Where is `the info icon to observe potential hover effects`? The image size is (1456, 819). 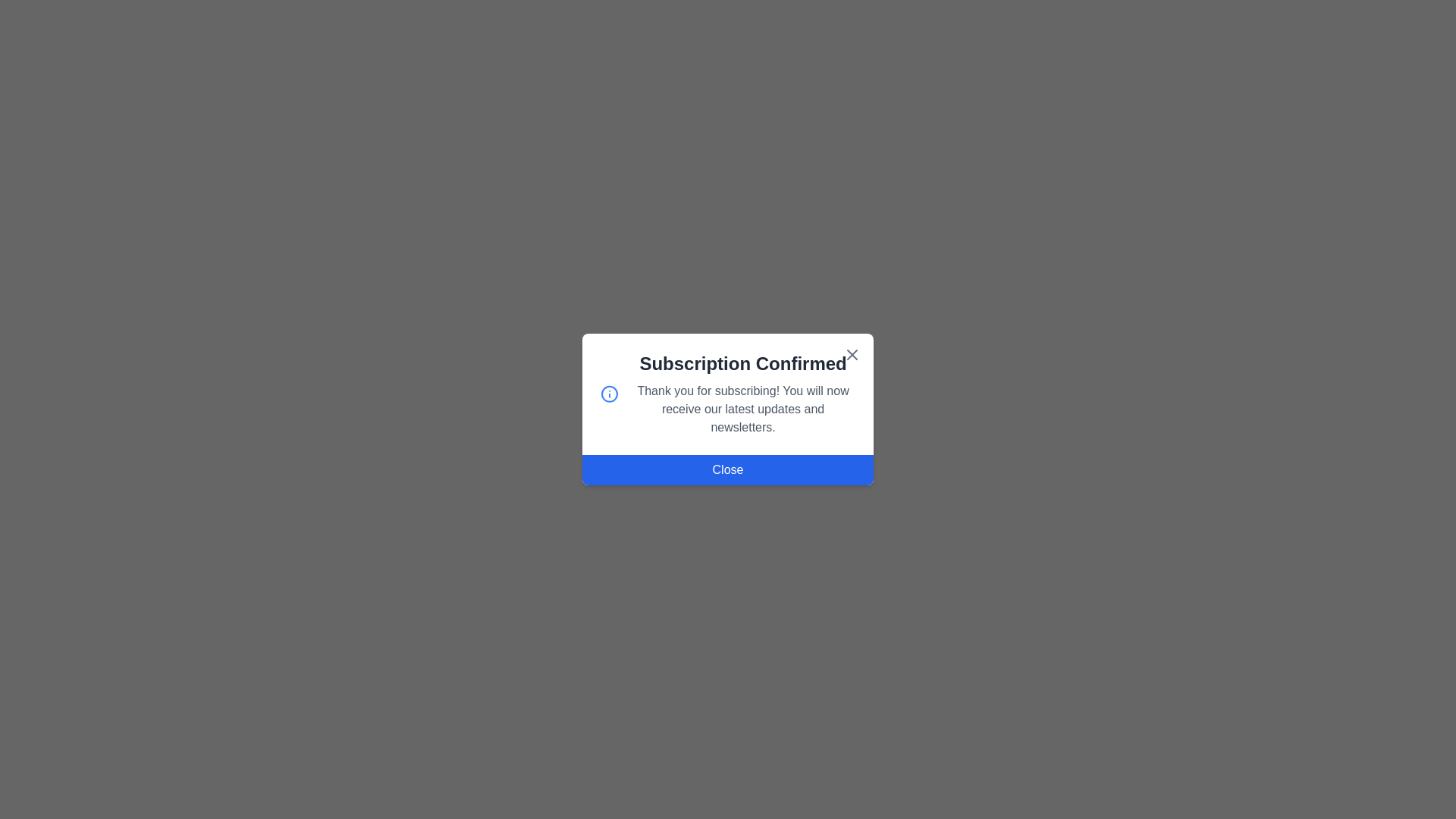 the info icon to observe potential hover effects is located at coordinates (610, 394).